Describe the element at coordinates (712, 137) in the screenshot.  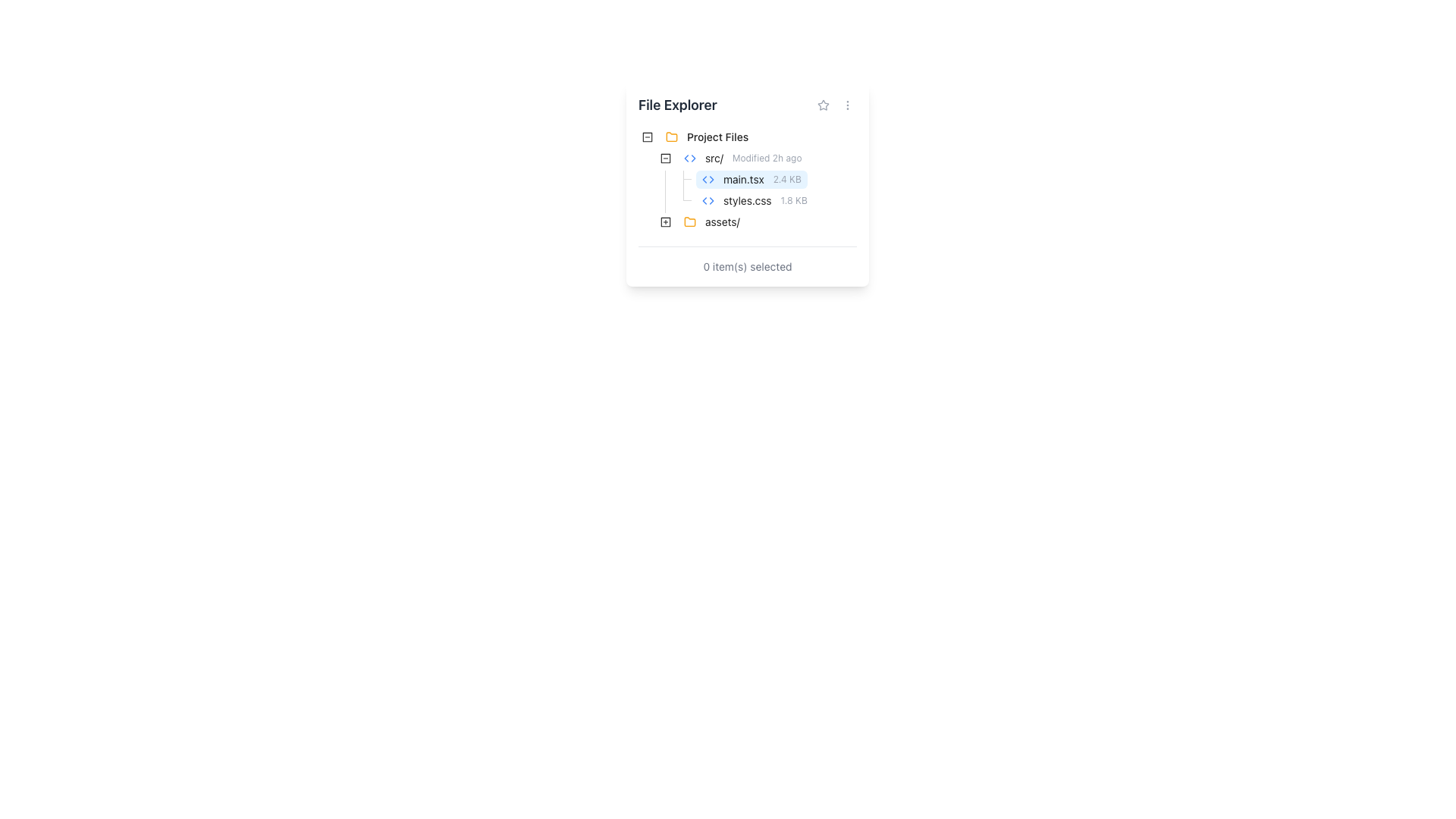
I see `the 'Project Files' tree node, which features a yellowish-amber folder icon and is the topmost entry in the file explorer hierarchy` at that location.